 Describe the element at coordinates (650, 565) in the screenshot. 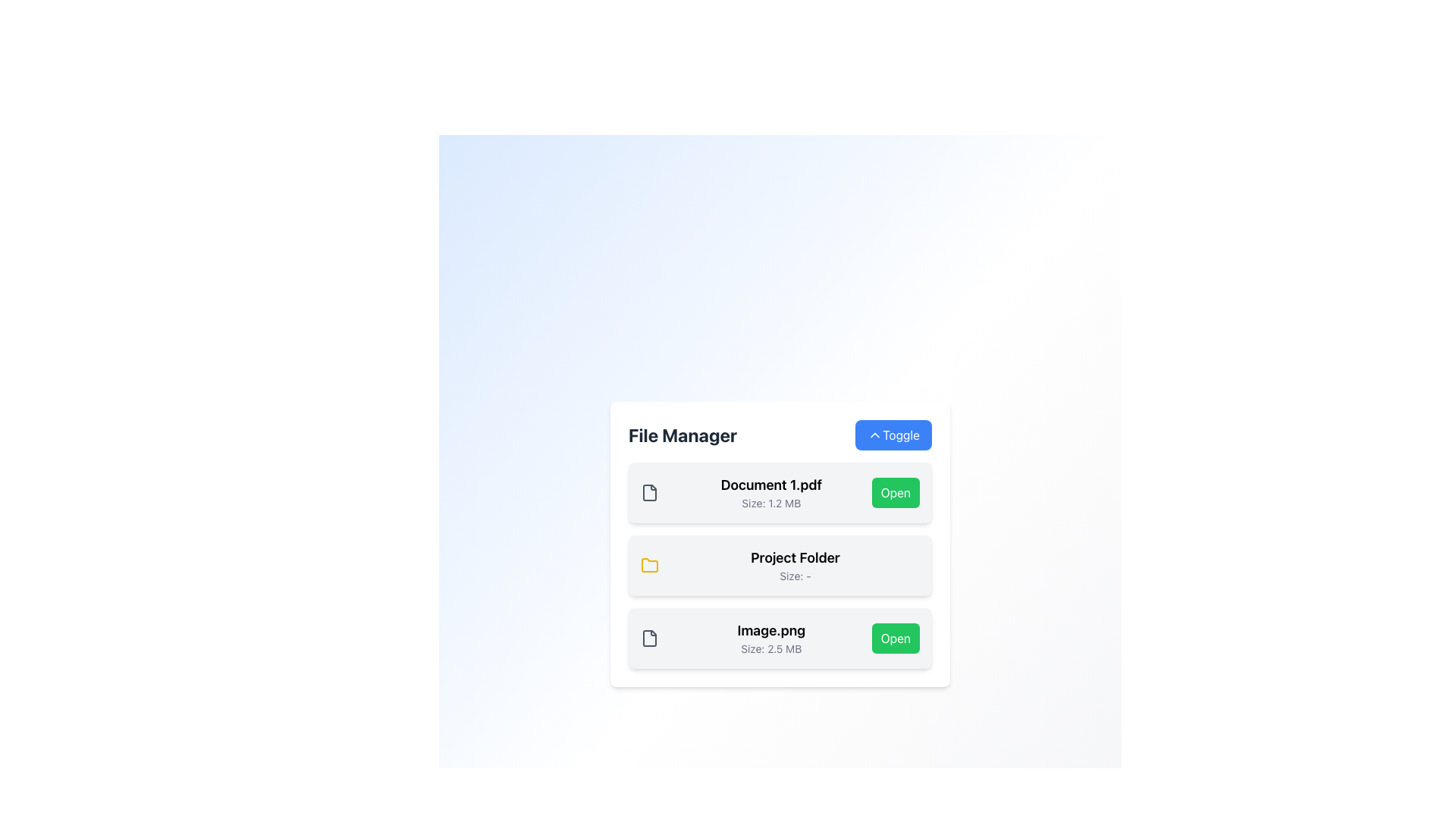

I see `the yellow folder icon located next to the text 'Project Folder' in the card-like interface` at that location.